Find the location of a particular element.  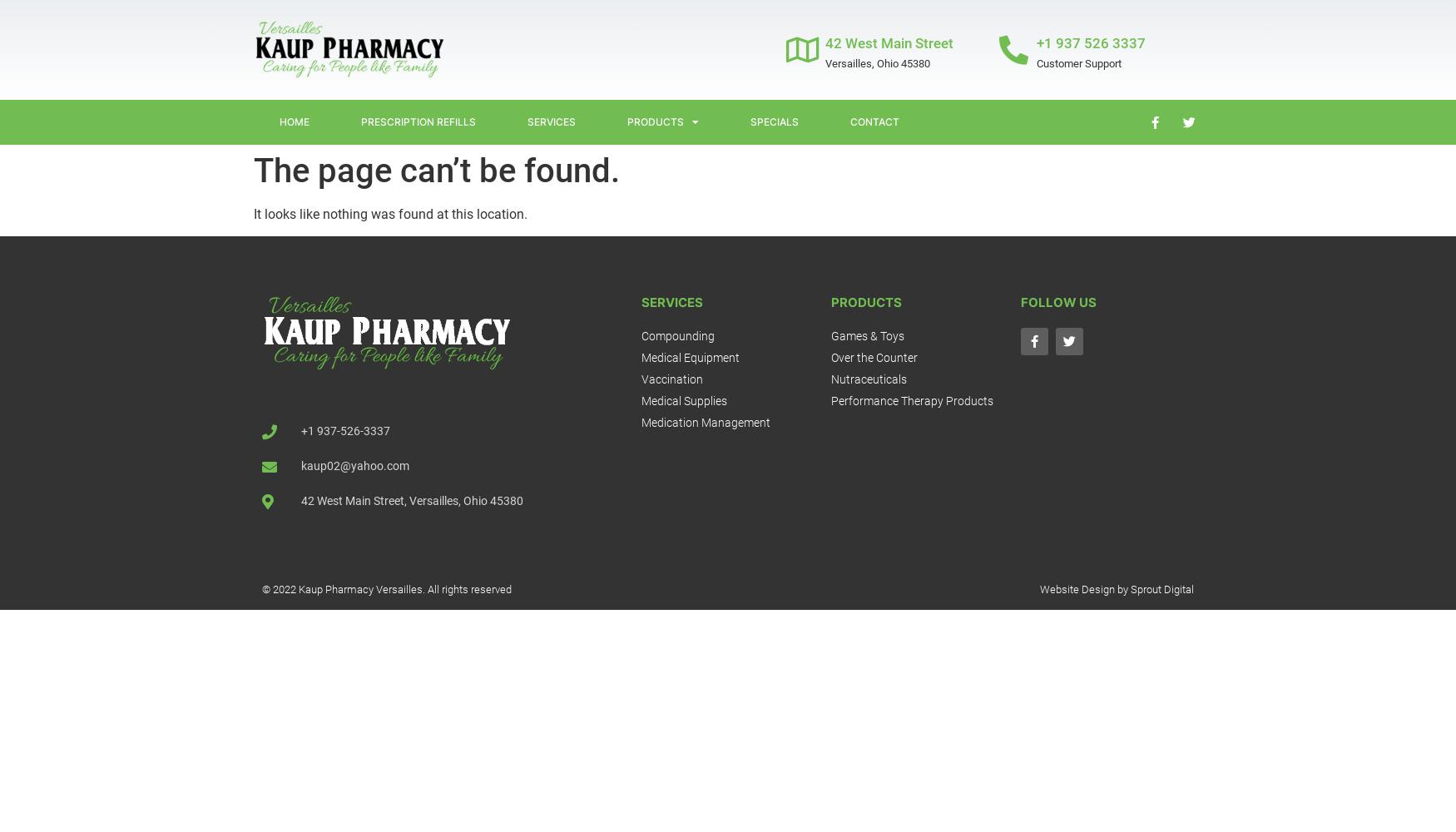

'42 West Main Street, Versailles, Ohio 45380' is located at coordinates (411, 500).